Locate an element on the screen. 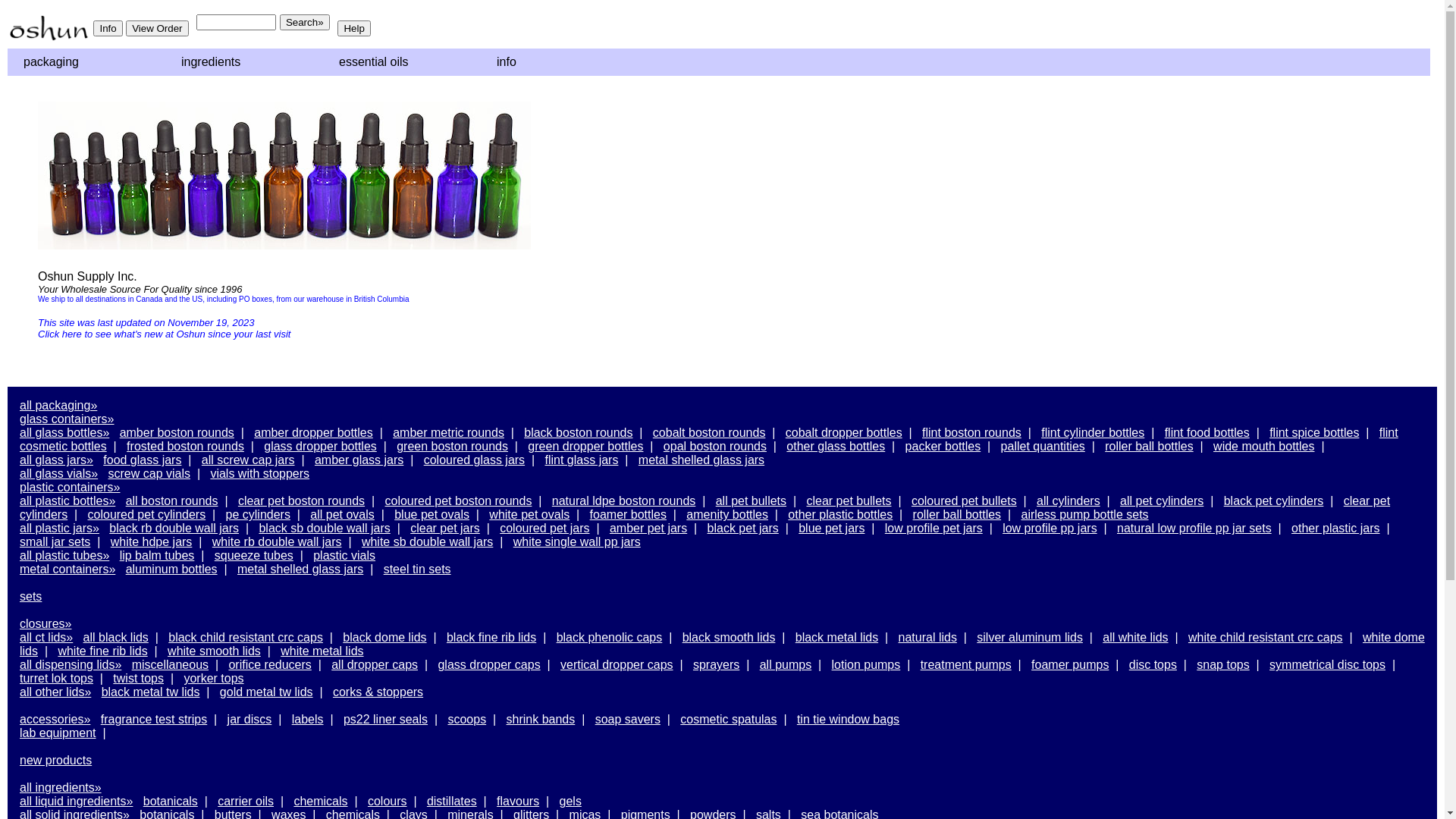  'coloured pet cylinders' is located at coordinates (146, 513).